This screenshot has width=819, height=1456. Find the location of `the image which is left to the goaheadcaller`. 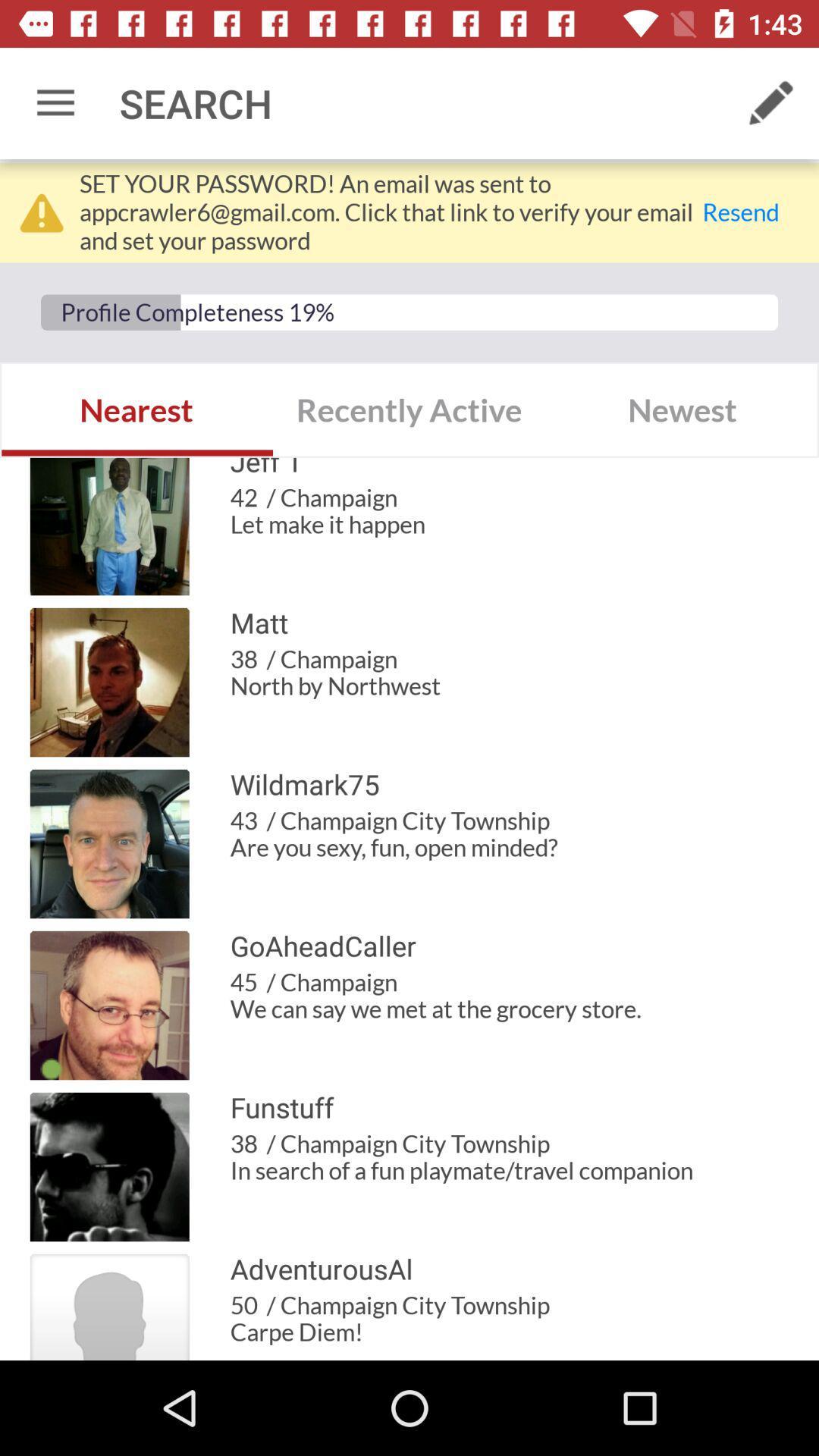

the image which is left to the goaheadcaller is located at coordinates (109, 1005).